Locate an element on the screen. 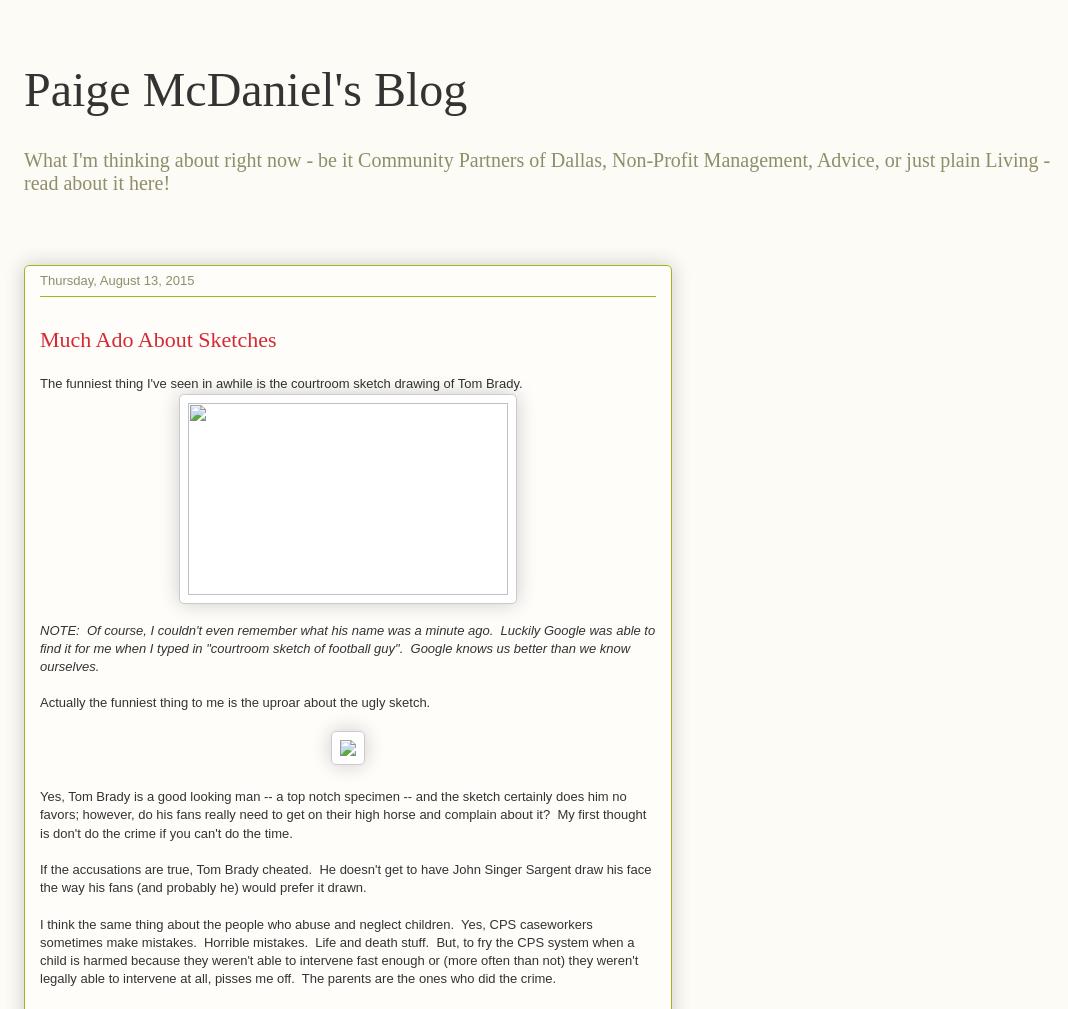  'I think the same thing about the people who abuse and neglect children.  Yes, CPS caseworkers sometimes make mistakes.  Horrible mistakes.  Life and death stuff.  But, to fry the CPS system when a child is harmed because they weren't able to intervene fast enough or (more often than not) they weren't legally able to intervene at all, pisses me off.  The parents are the ones who did the crime.' is located at coordinates (337, 950).